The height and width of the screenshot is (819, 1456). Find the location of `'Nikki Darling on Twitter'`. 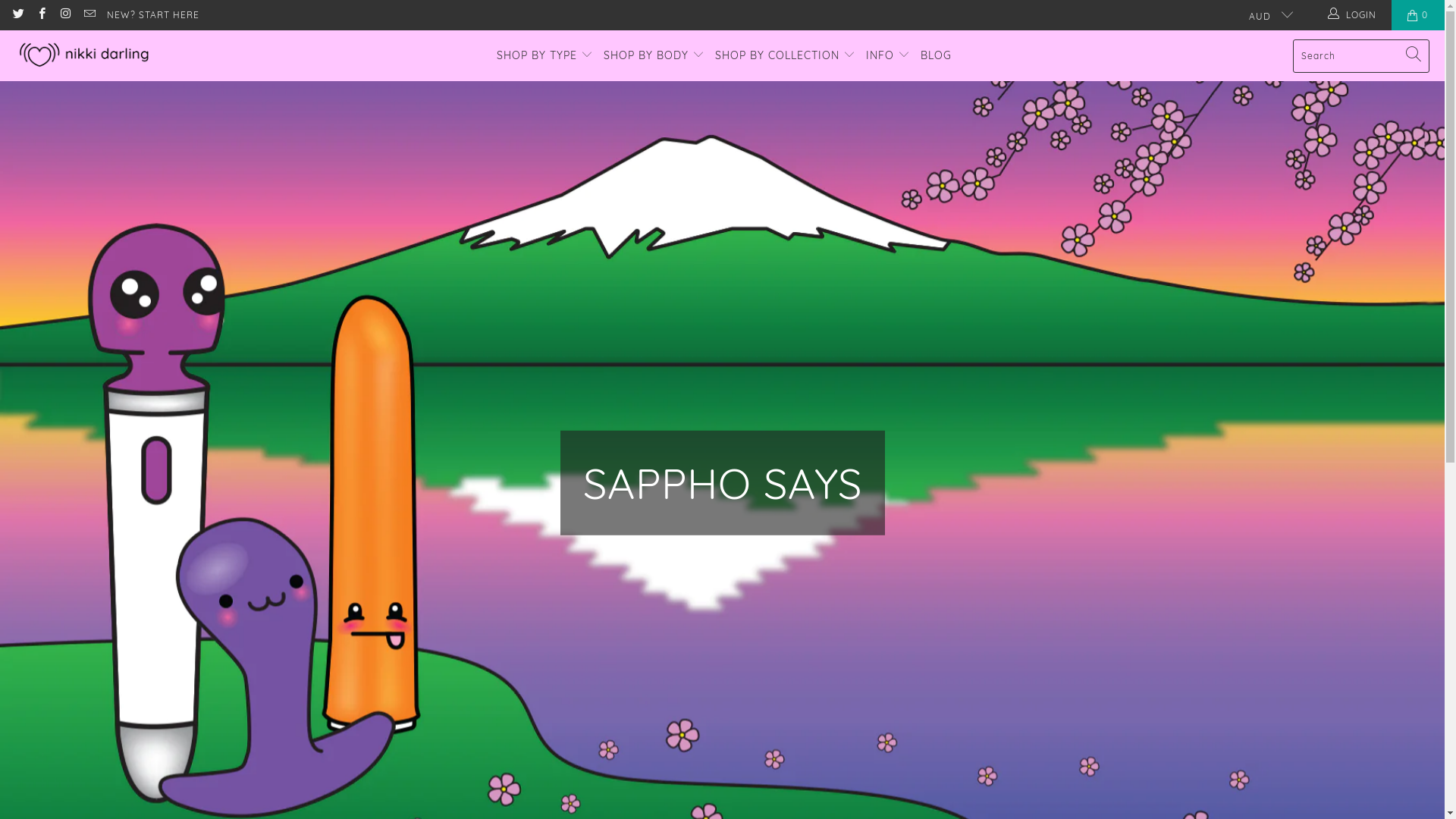

'Nikki Darling on Twitter' is located at coordinates (11, 14).